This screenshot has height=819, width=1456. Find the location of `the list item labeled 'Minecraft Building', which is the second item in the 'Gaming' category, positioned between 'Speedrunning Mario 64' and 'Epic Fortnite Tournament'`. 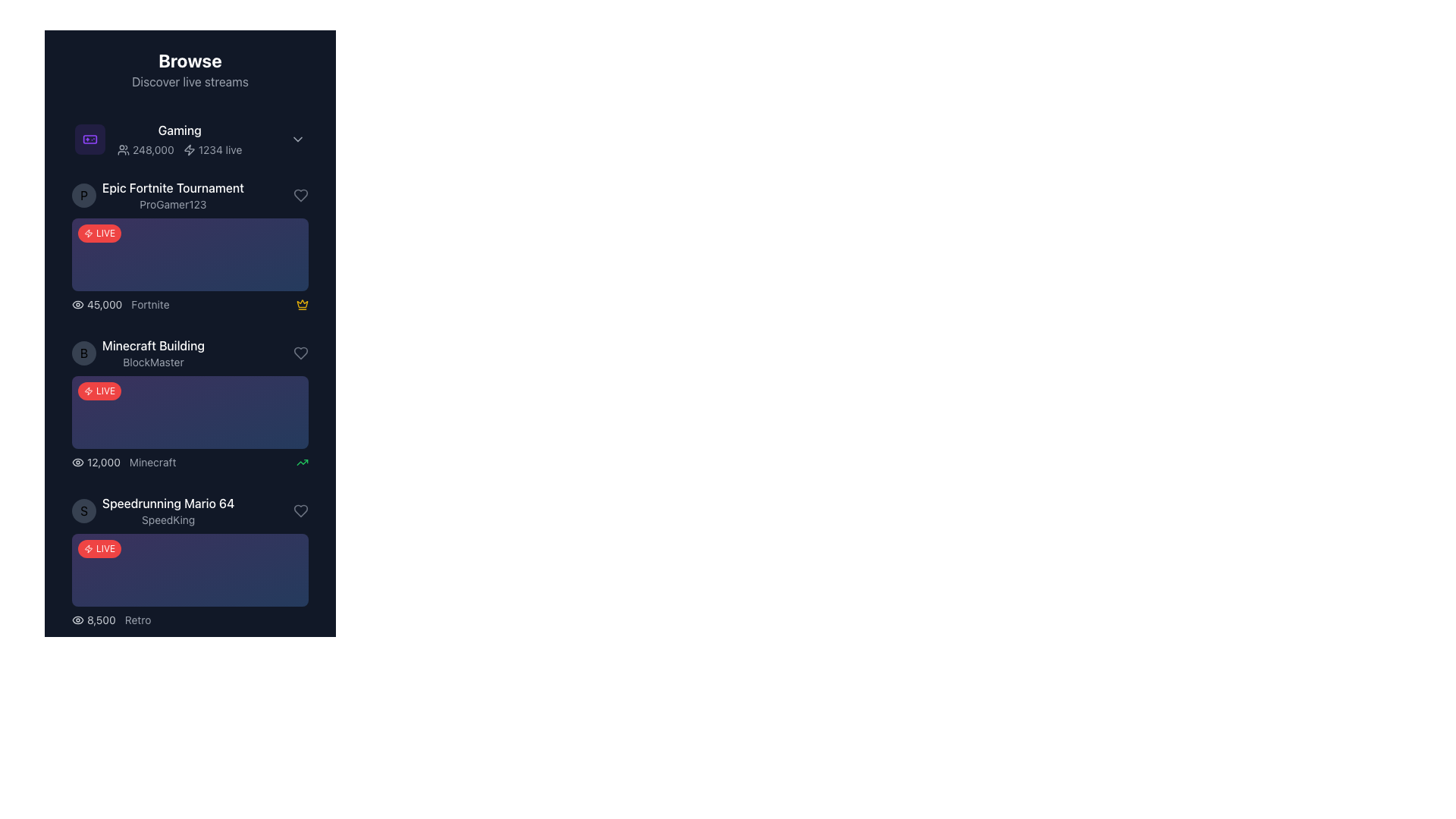

the list item labeled 'Minecraft Building', which is the second item in the 'Gaming' category, positioned between 'Speedrunning Mario 64' and 'Epic Fortnite Tournament' is located at coordinates (138, 353).